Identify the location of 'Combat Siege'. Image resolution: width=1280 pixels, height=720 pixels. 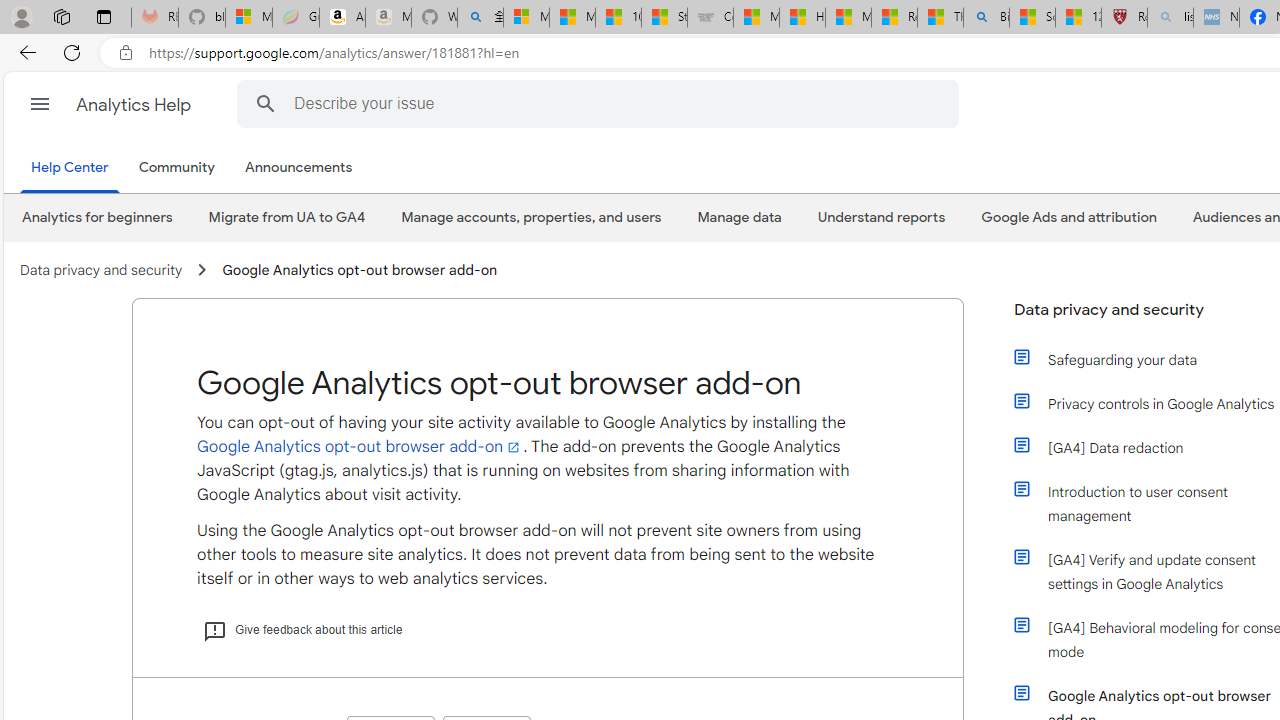
(710, 17).